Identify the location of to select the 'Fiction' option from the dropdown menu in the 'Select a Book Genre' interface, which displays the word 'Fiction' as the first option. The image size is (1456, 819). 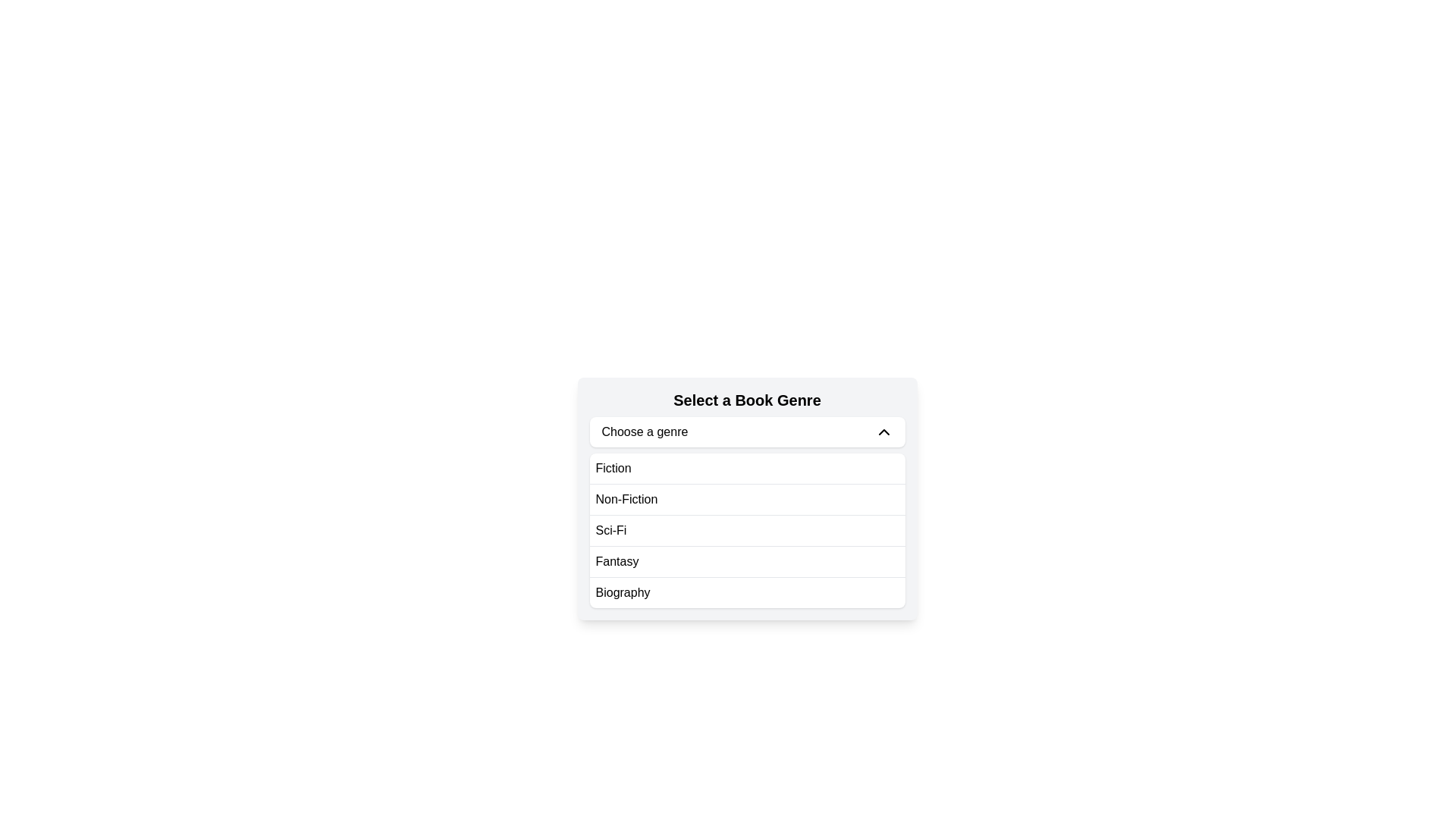
(613, 467).